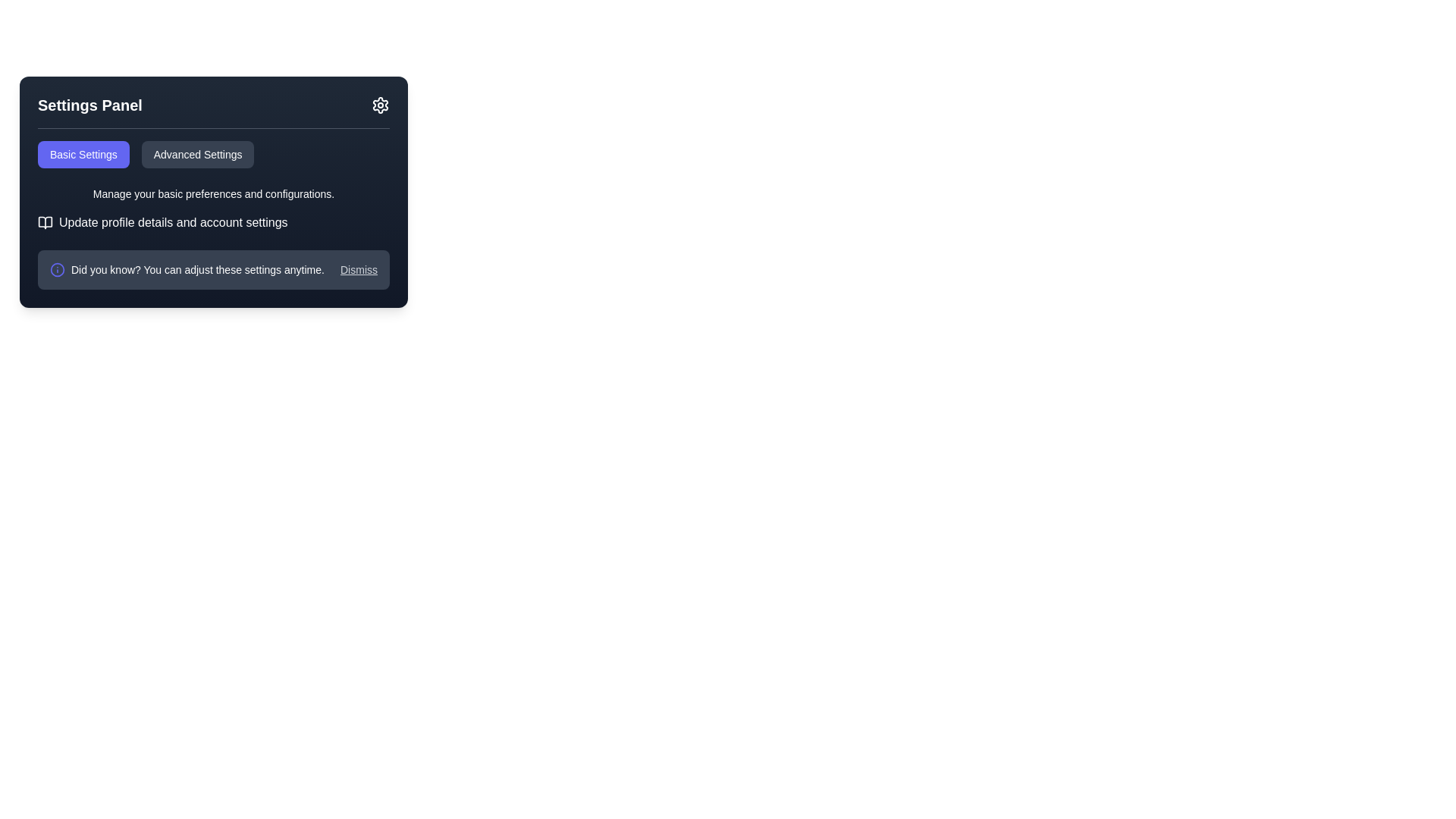  Describe the element at coordinates (213, 155) in the screenshot. I see `the 'Advanced Settings' button in the Button group located in the Settings Panel` at that location.